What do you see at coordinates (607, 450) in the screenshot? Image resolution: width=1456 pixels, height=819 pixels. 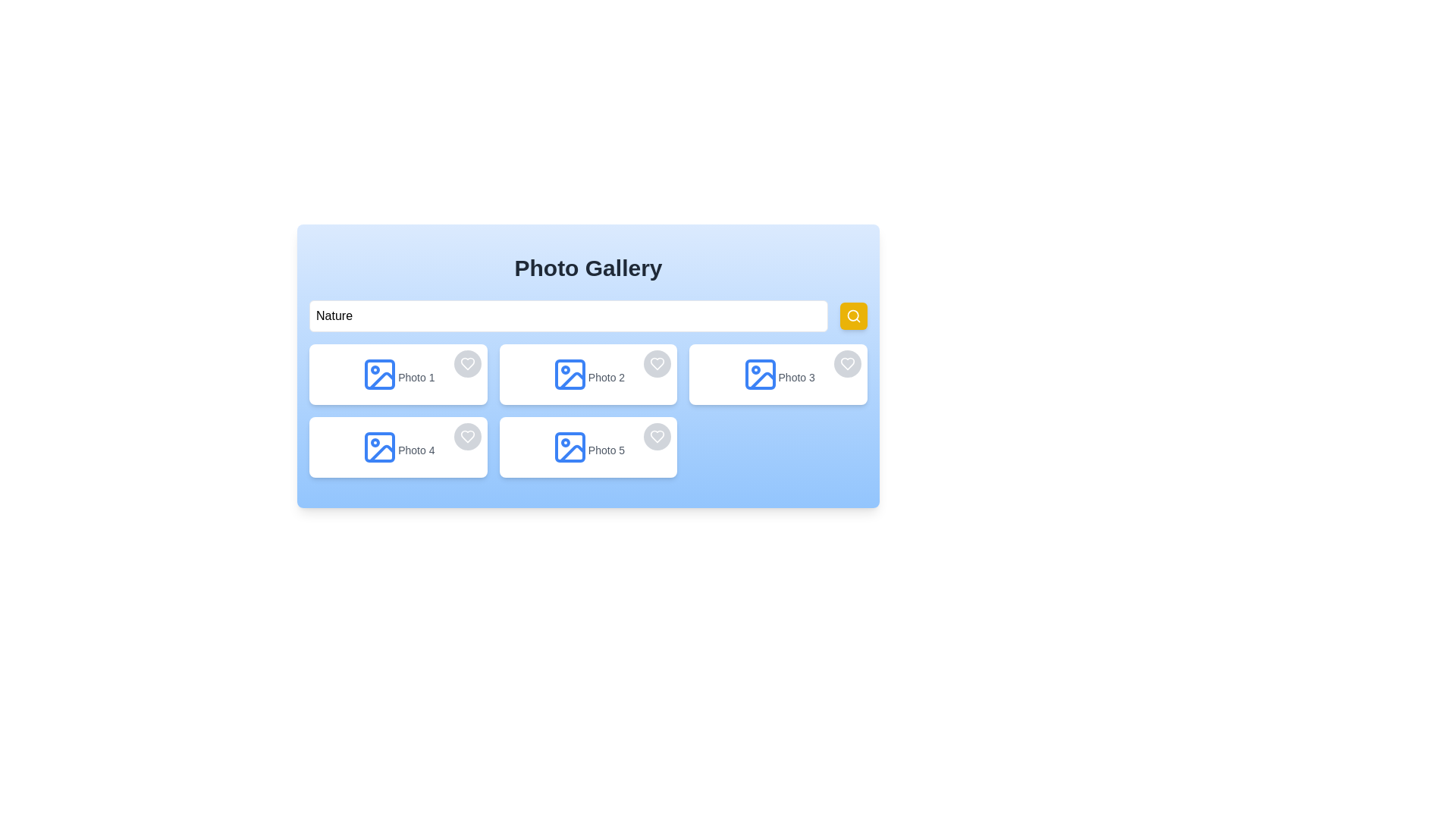 I see `the Text label located beneath the image icon in the card positioned in the second row, last column of the grid` at bounding box center [607, 450].